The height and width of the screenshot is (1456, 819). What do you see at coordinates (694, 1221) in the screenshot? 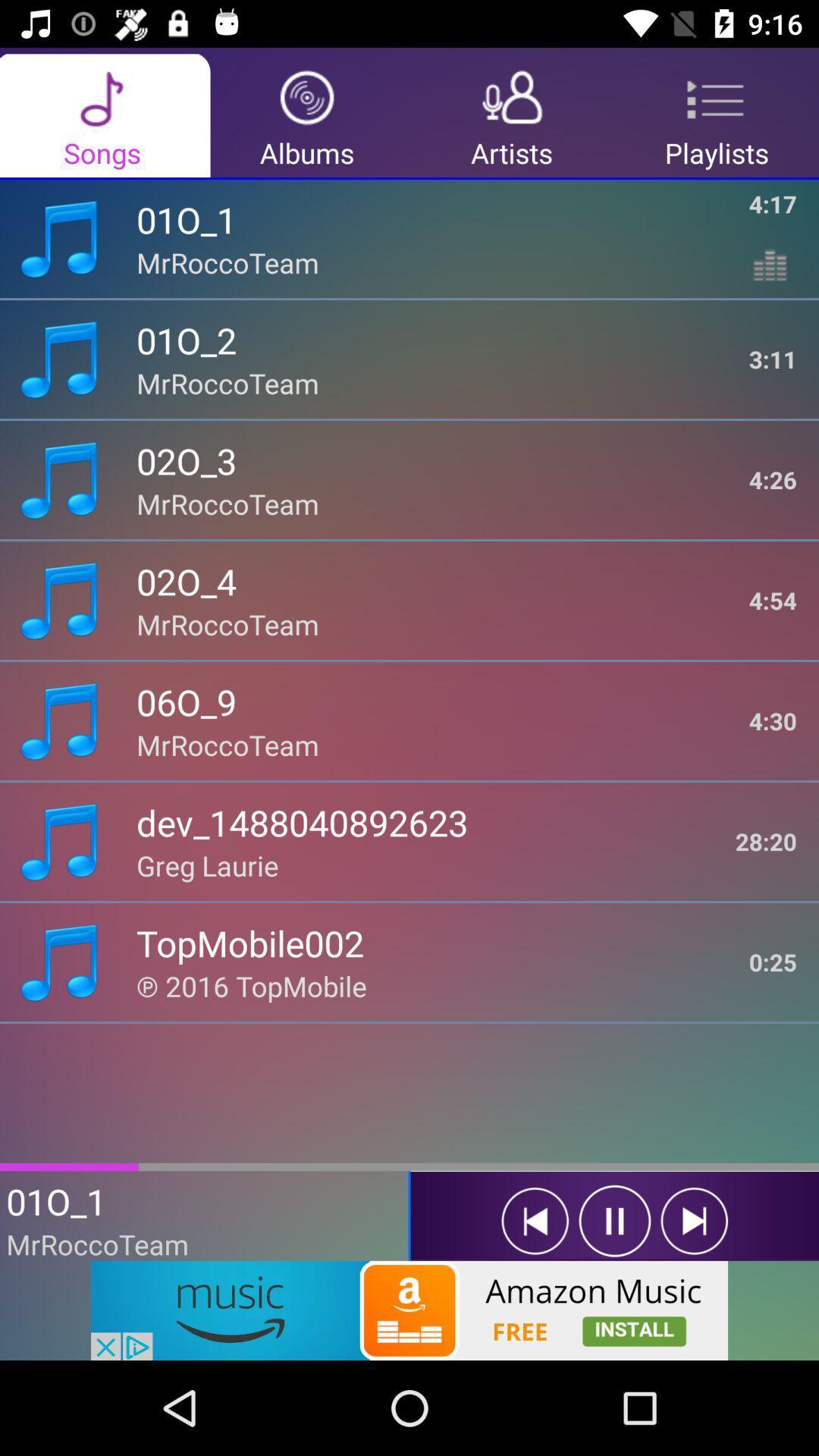
I see `next option` at bounding box center [694, 1221].